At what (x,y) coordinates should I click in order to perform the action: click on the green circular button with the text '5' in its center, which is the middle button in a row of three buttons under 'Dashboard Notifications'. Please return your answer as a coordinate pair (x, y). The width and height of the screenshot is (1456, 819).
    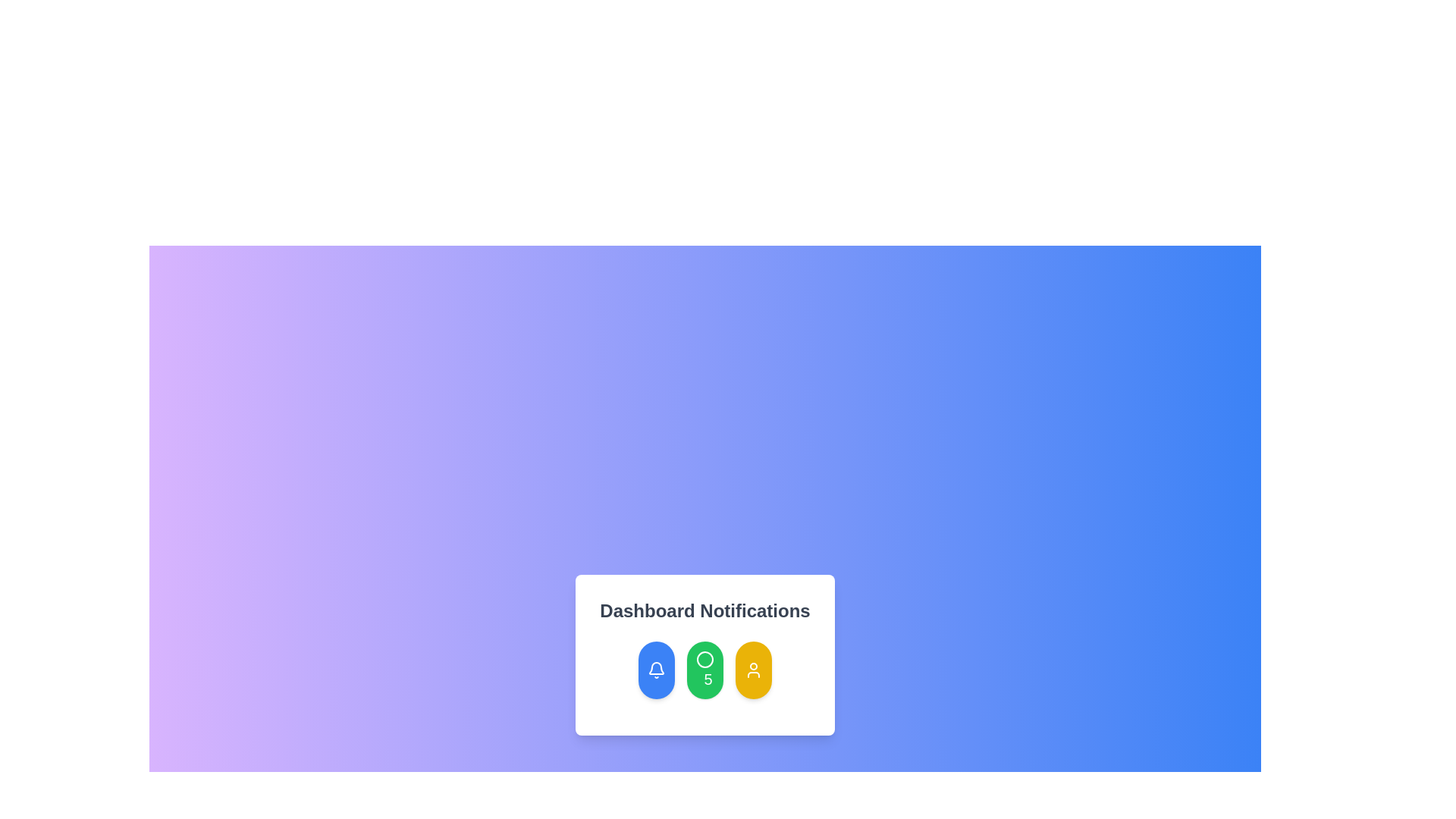
    Looking at the image, I should click on (704, 669).